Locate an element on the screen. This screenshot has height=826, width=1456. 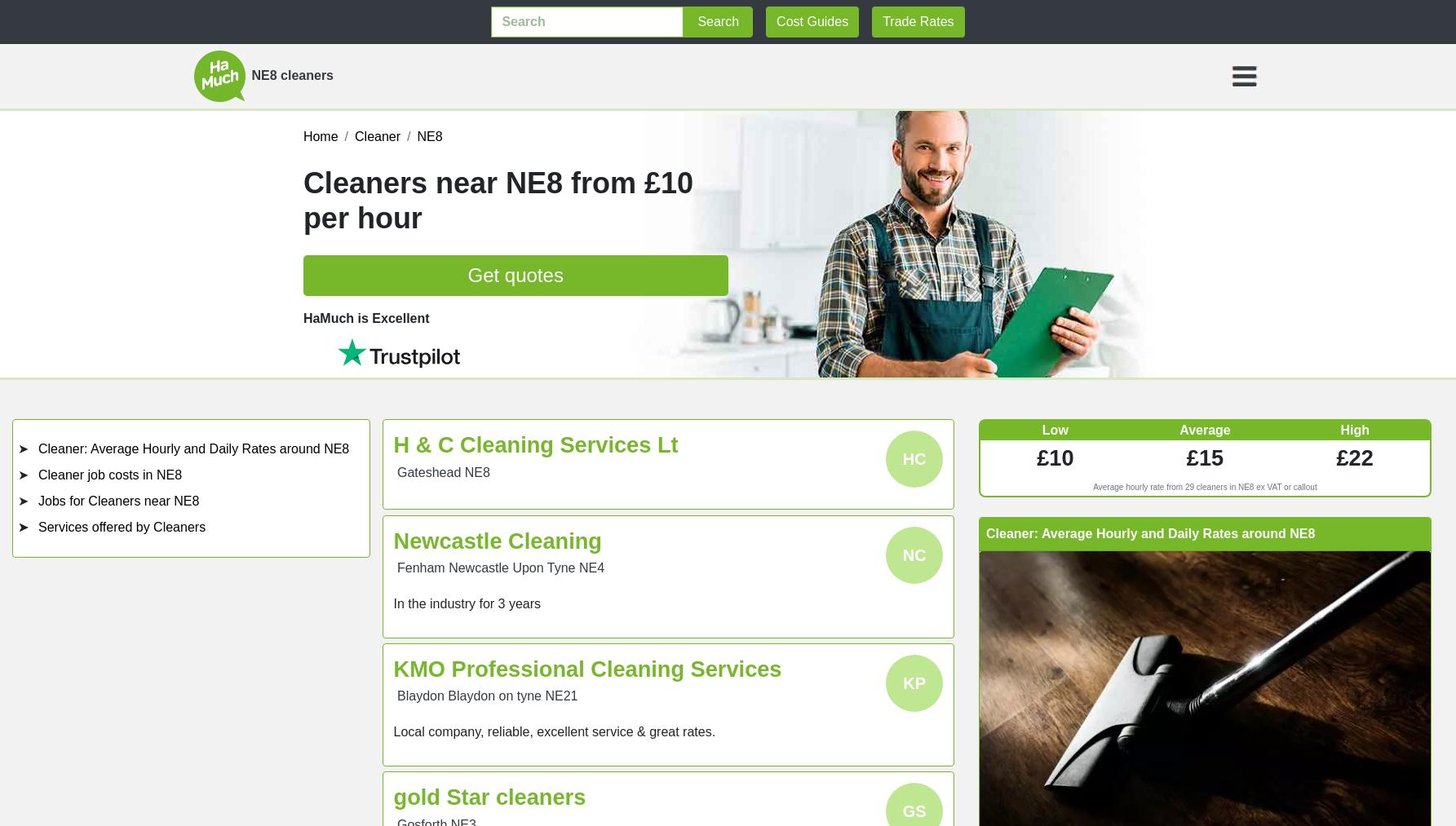
'Services offered by Cleaners' is located at coordinates (121, 526).